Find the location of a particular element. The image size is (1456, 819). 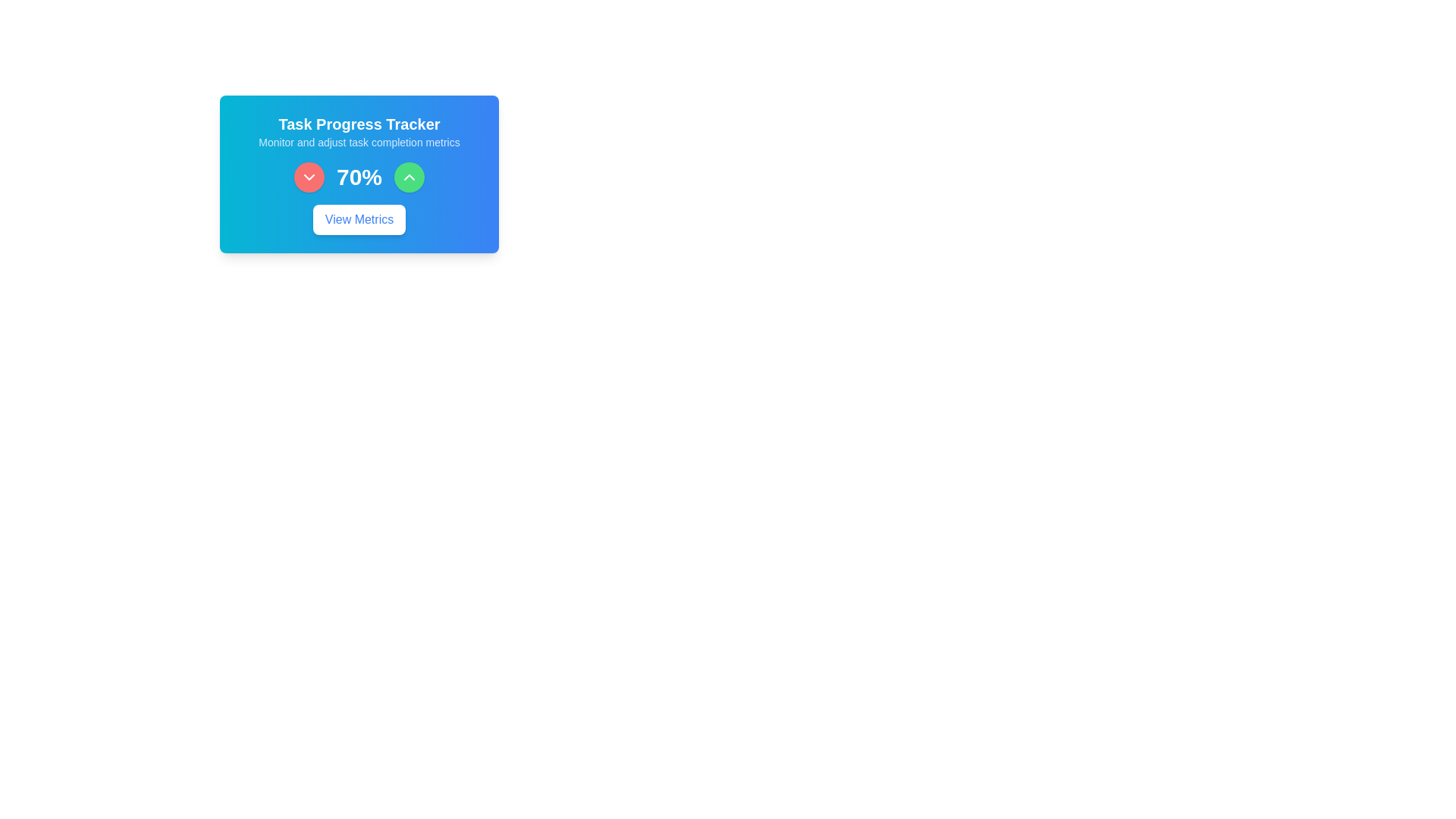

the interactive button located to the right of the red button with a downward arrow and the bold text displaying '70%' to observe the hover effect is located at coordinates (409, 177).